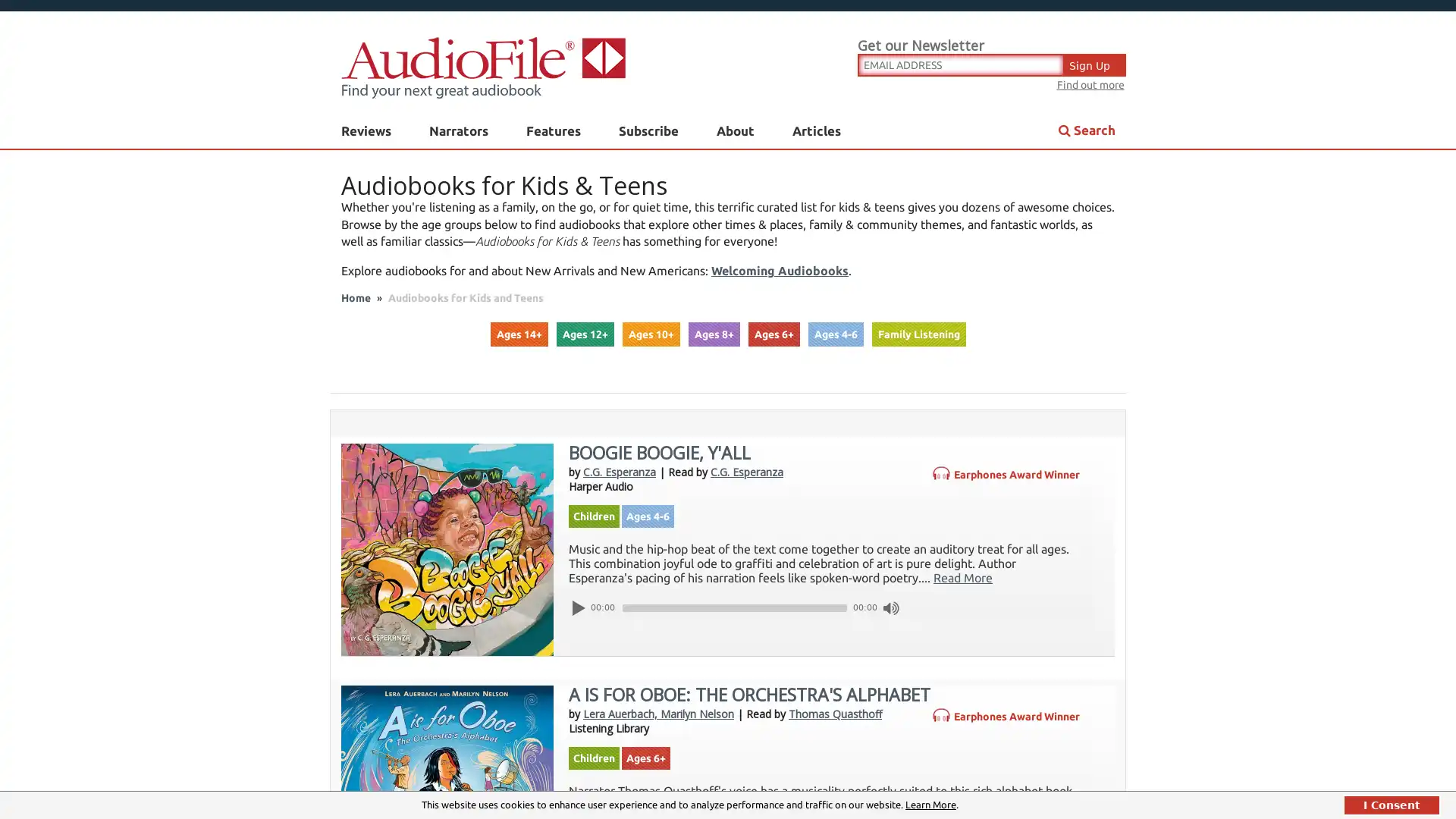  Describe the element at coordinates (1392, 804) in the screenshot. I see `I Consent` at that location.